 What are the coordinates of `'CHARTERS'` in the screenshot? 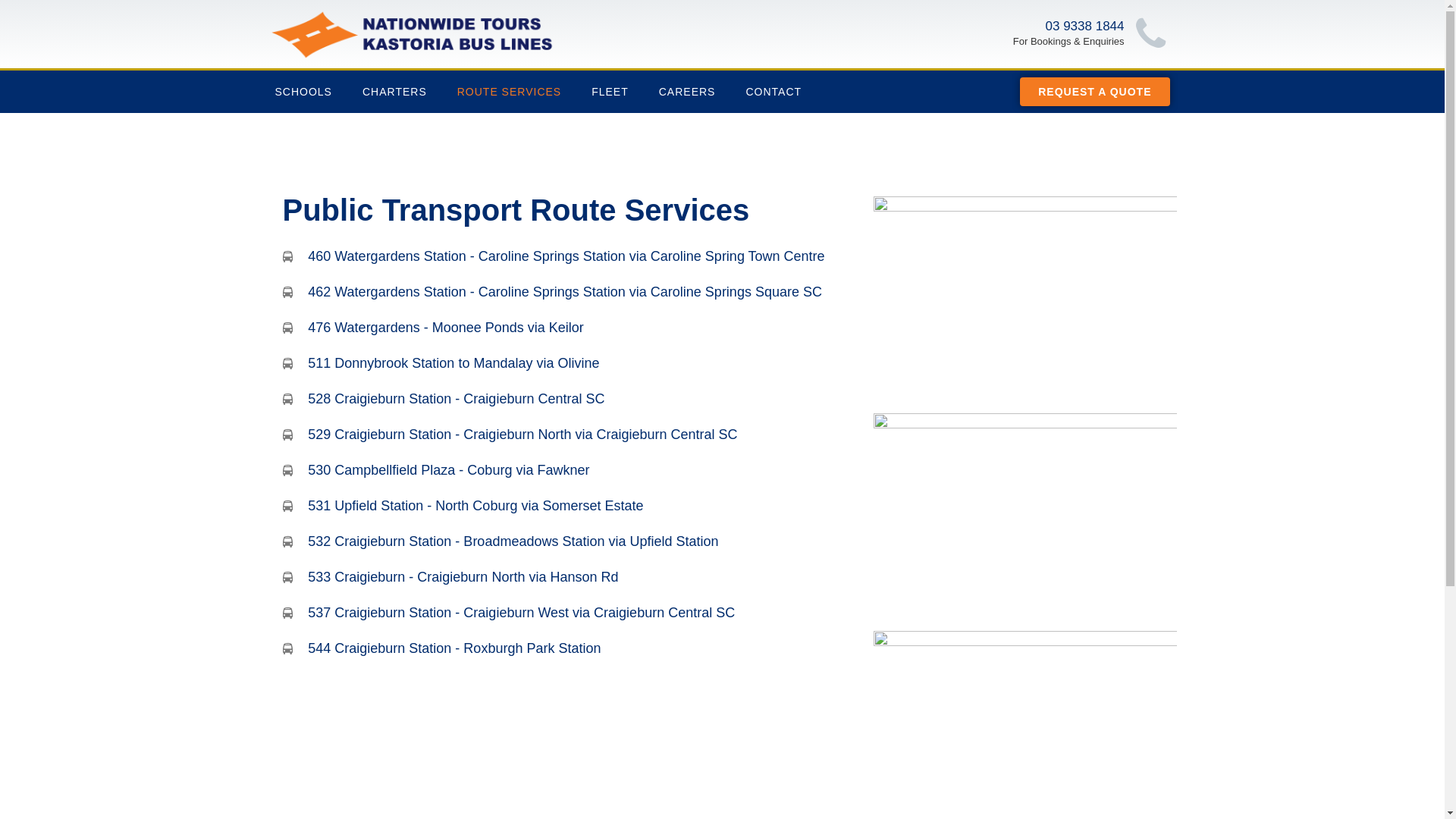 It's located at (394, 91).